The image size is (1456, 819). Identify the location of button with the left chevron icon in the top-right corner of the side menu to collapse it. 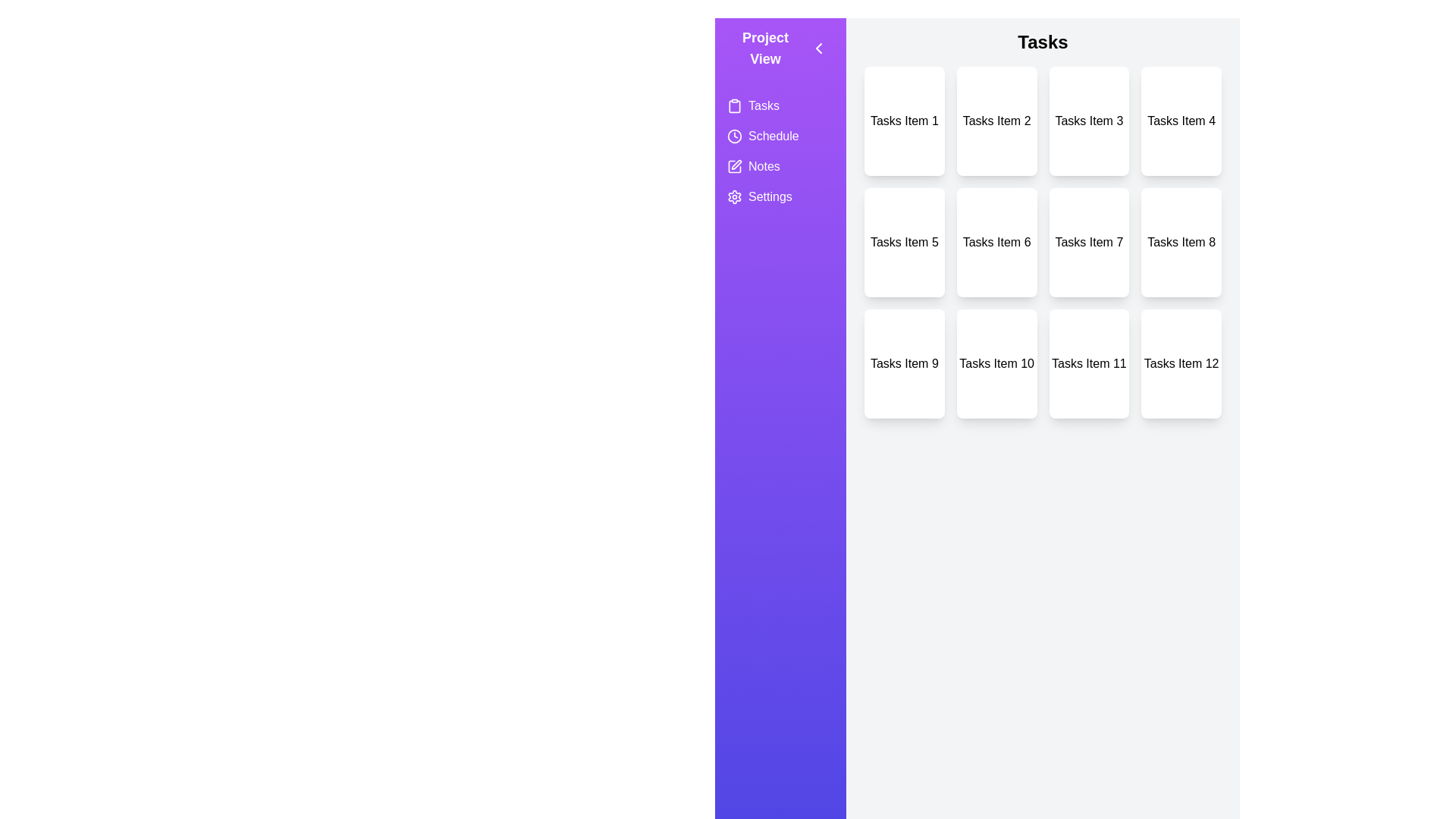
(818, 48).